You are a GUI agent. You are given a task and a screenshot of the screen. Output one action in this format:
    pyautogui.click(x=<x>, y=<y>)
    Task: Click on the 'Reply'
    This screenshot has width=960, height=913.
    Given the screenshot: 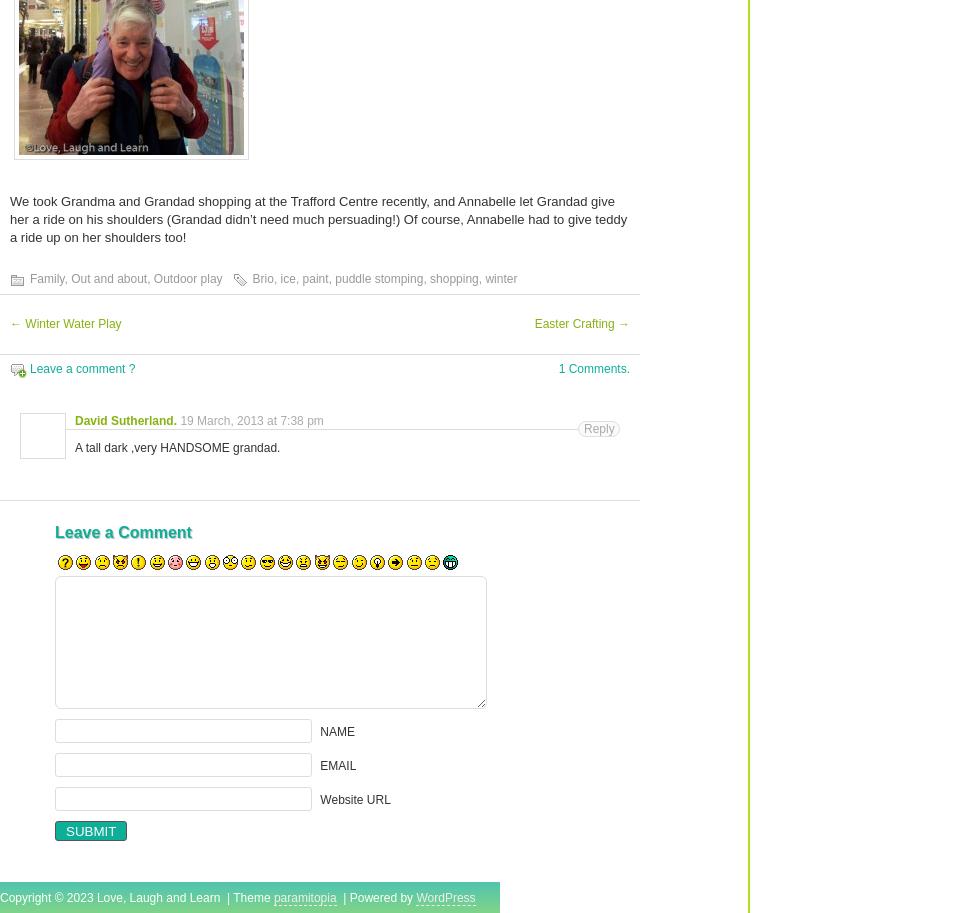 What is the action you would take?
    pyautogui.click(x=599, y=429)
    